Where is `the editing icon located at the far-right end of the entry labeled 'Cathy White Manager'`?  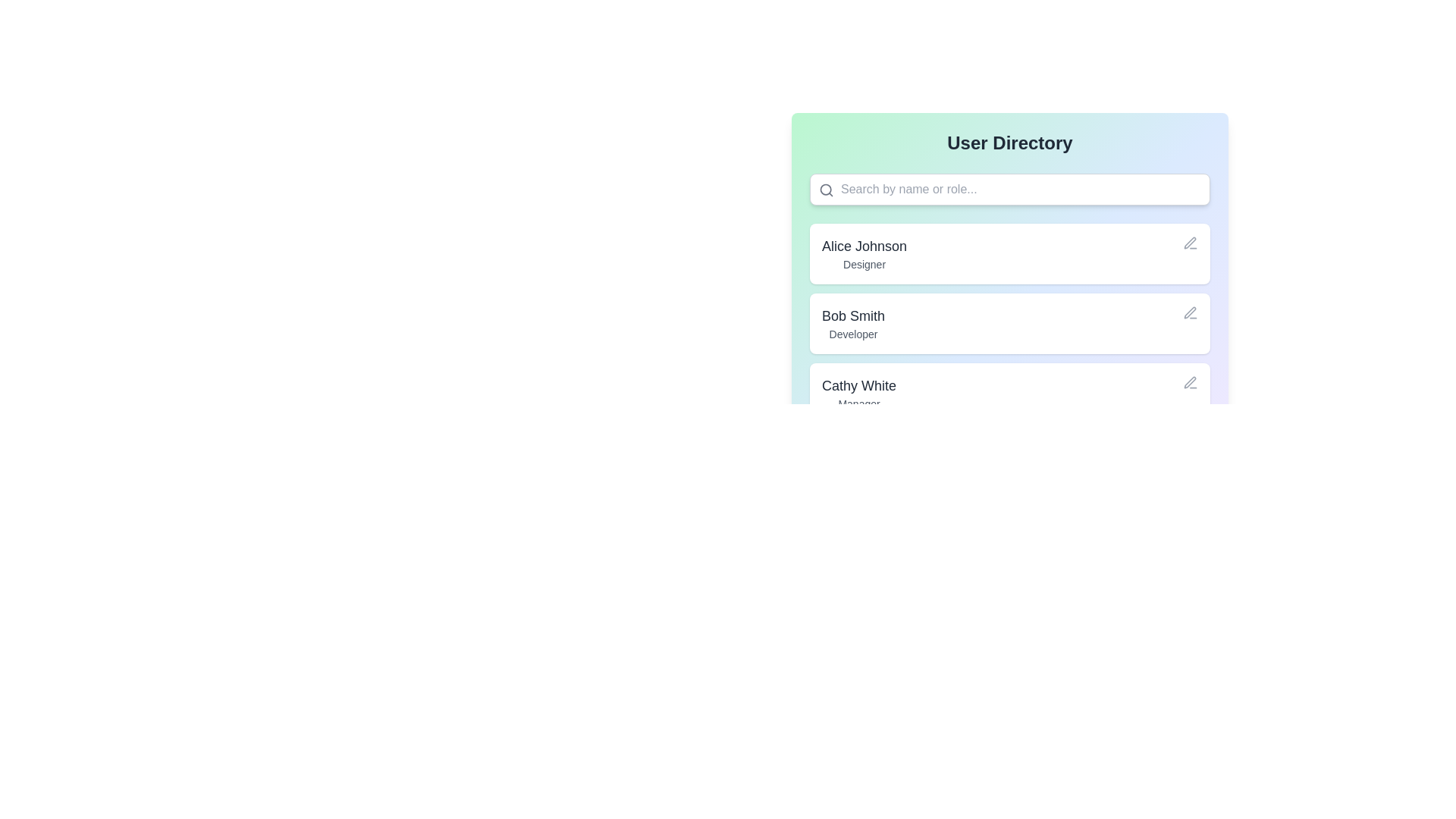
the editing icon located at the far-right end of the entry labeled 'Cathy White Manager' is located at coordinates (1189, 382).